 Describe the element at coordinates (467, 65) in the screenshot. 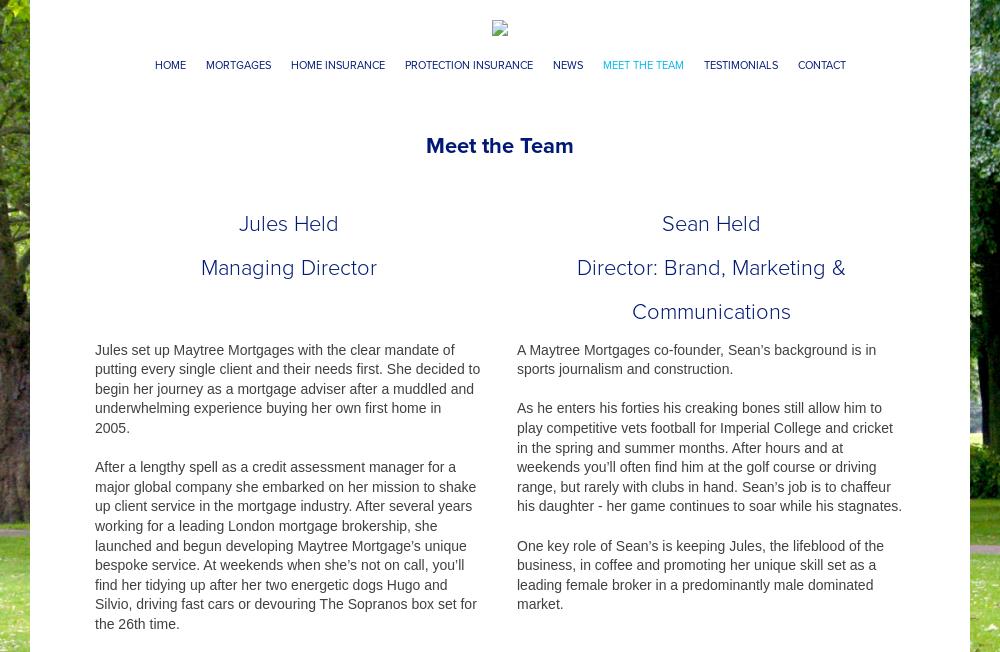

I see `'Protection Insurance'` at that location.